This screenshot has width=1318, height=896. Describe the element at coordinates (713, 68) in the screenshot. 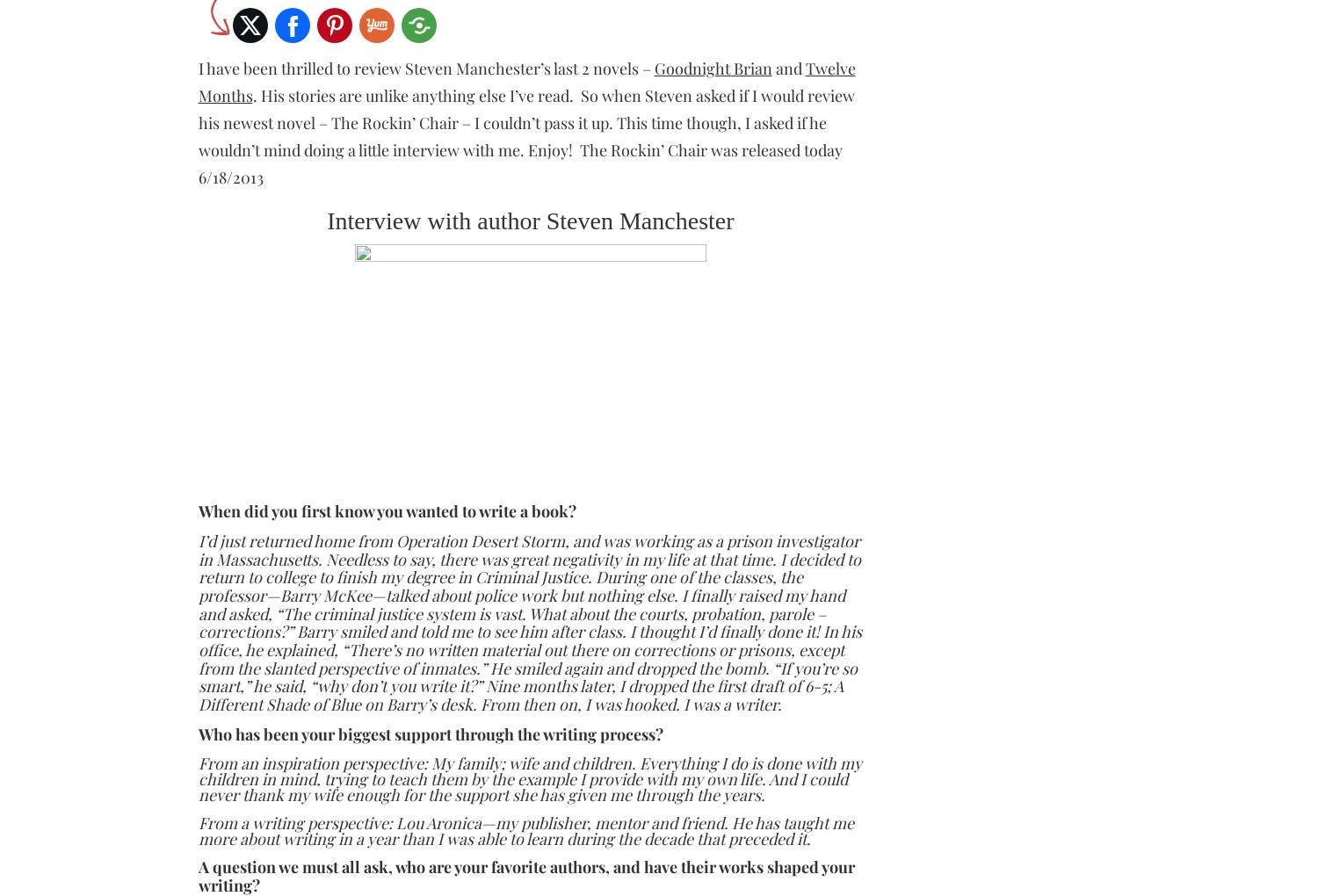

I see `'Goodnight Brian'` at that location.